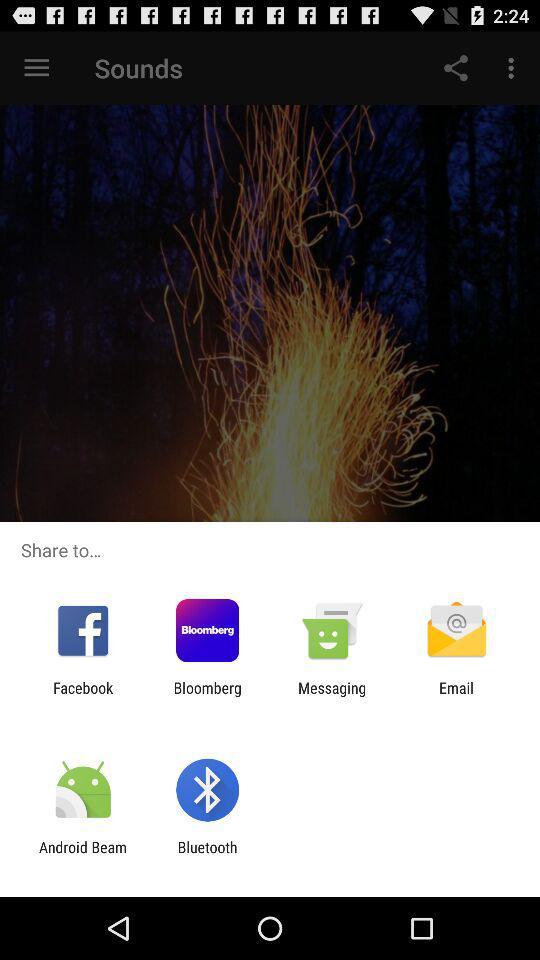 The height and width of the screenshot is (960, 540). I want to click on bloomberg icon, so click(206, 696).